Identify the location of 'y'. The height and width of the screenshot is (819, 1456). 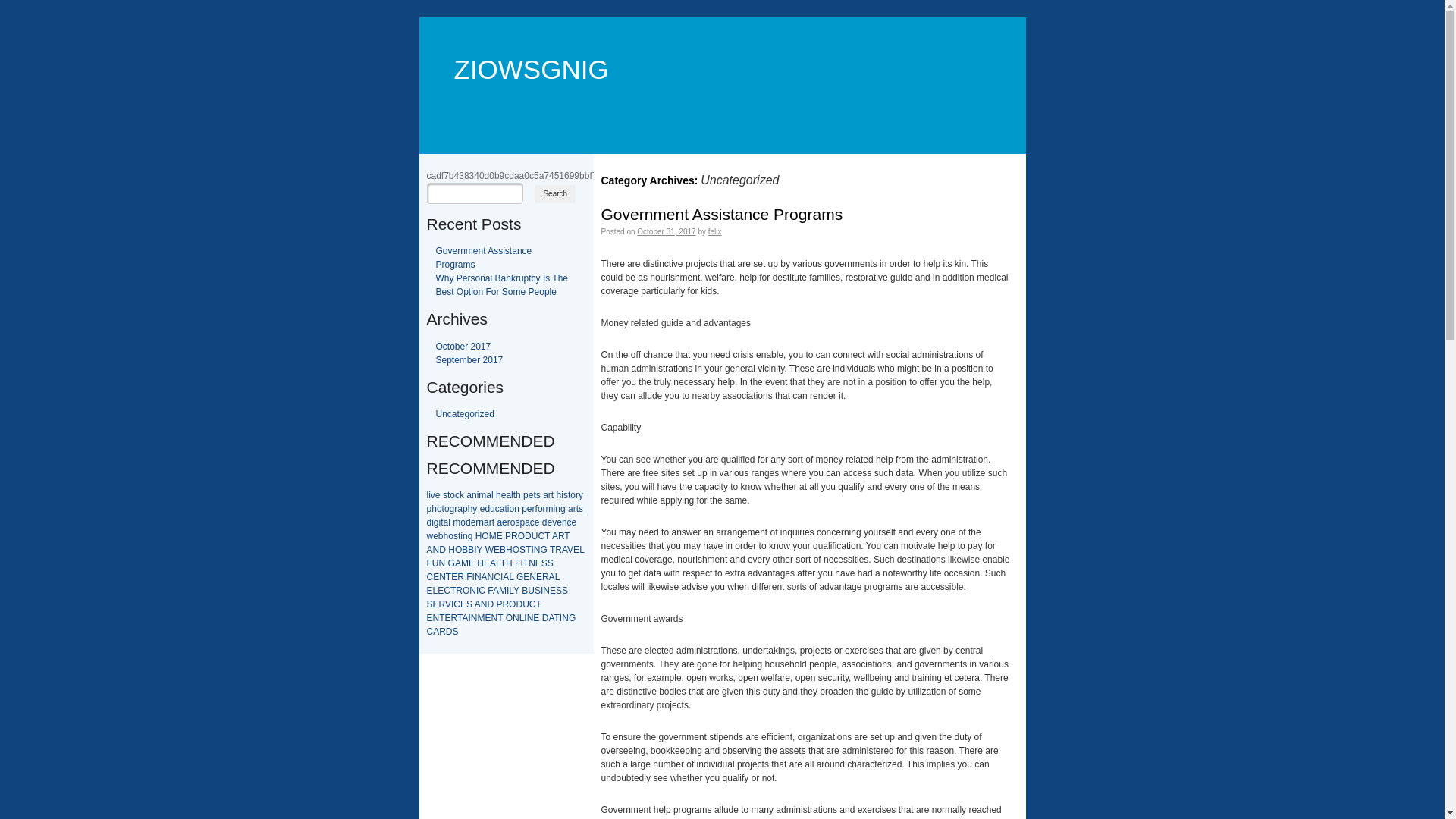
(473, 509).